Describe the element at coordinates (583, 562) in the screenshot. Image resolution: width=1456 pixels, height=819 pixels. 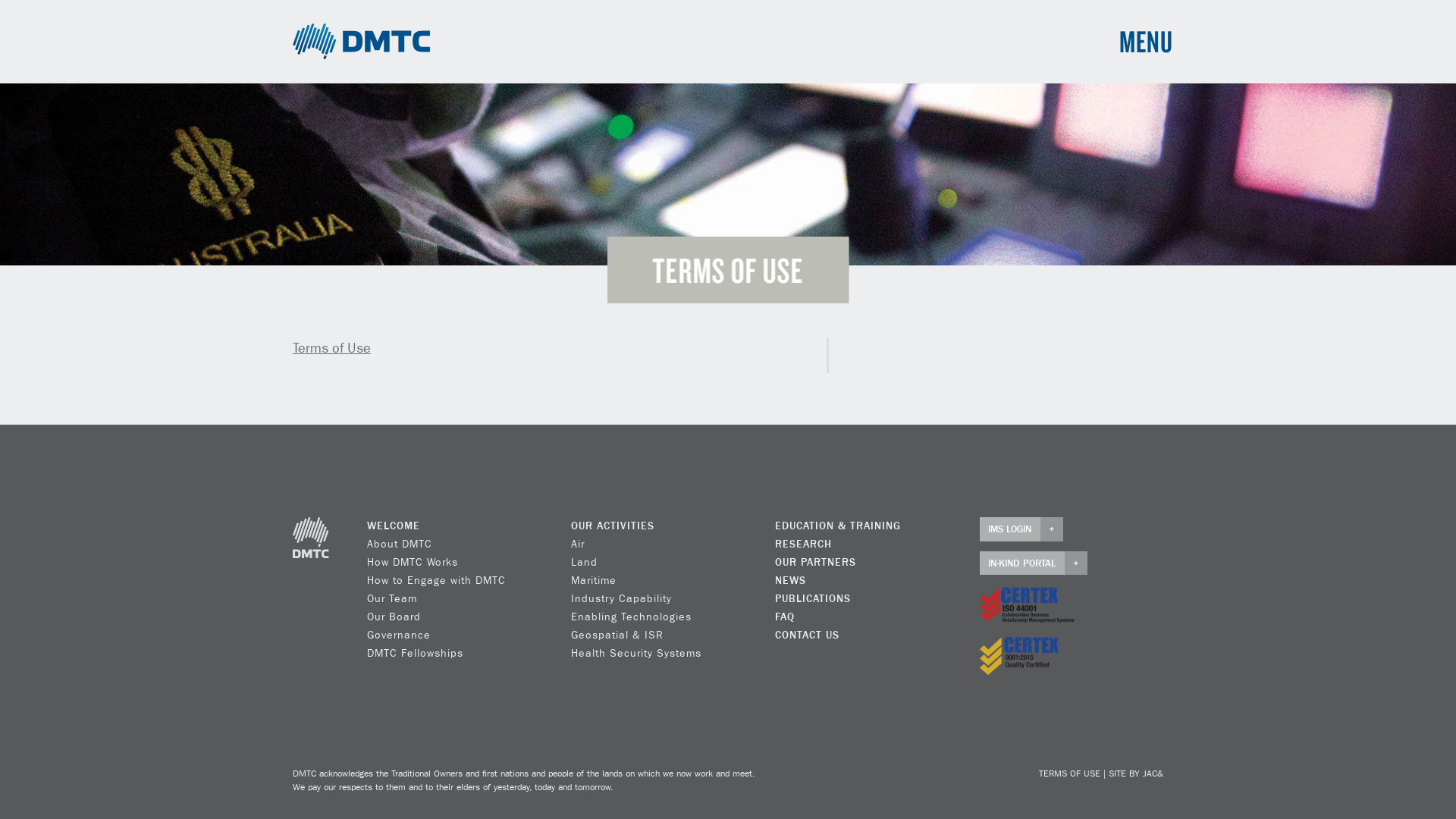
I see `'Land'` at that location.